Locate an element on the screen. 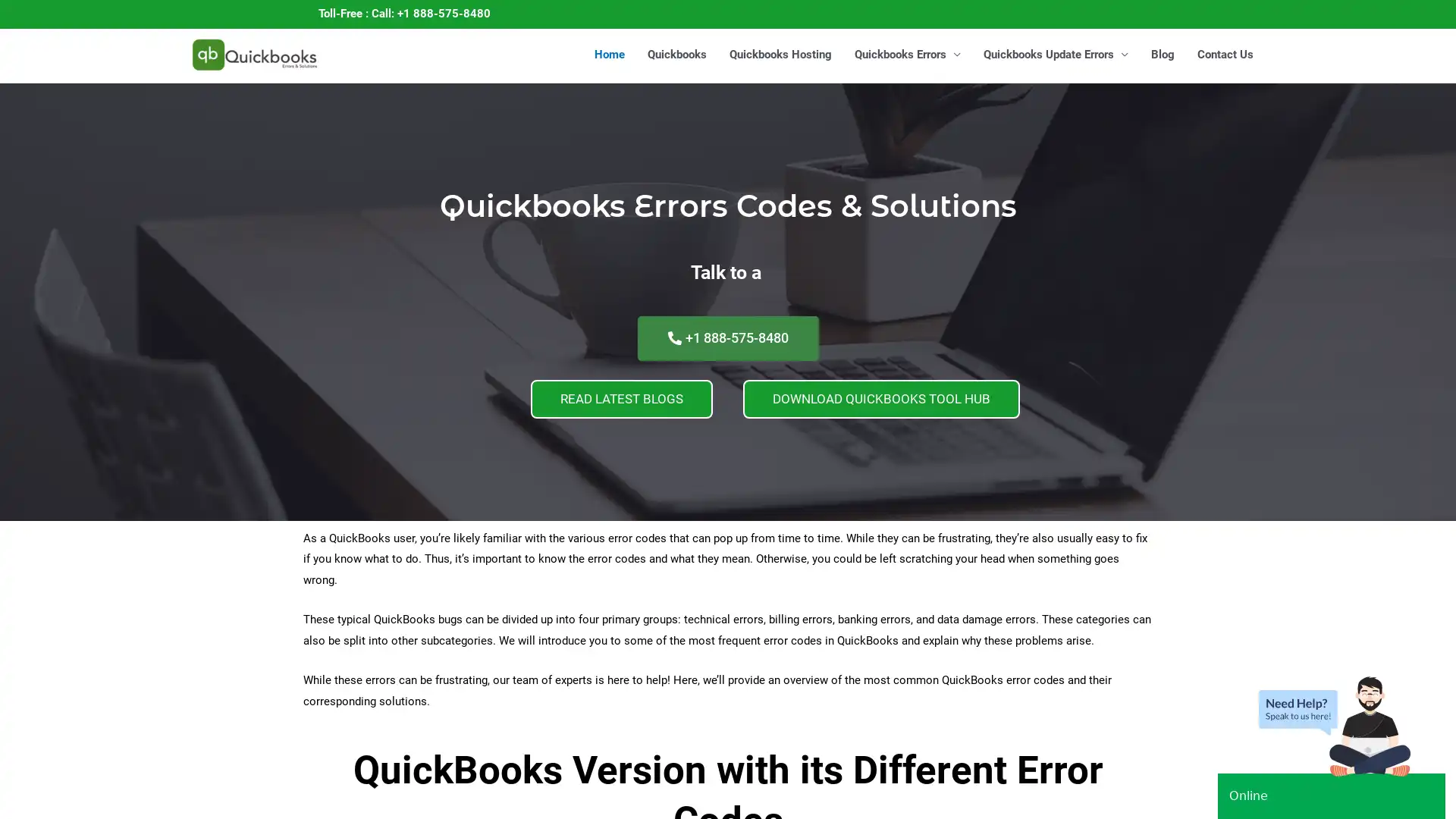  DOWNLOAD QUICKBOOKS TOOL HUB is located at coordinates (881, 397).